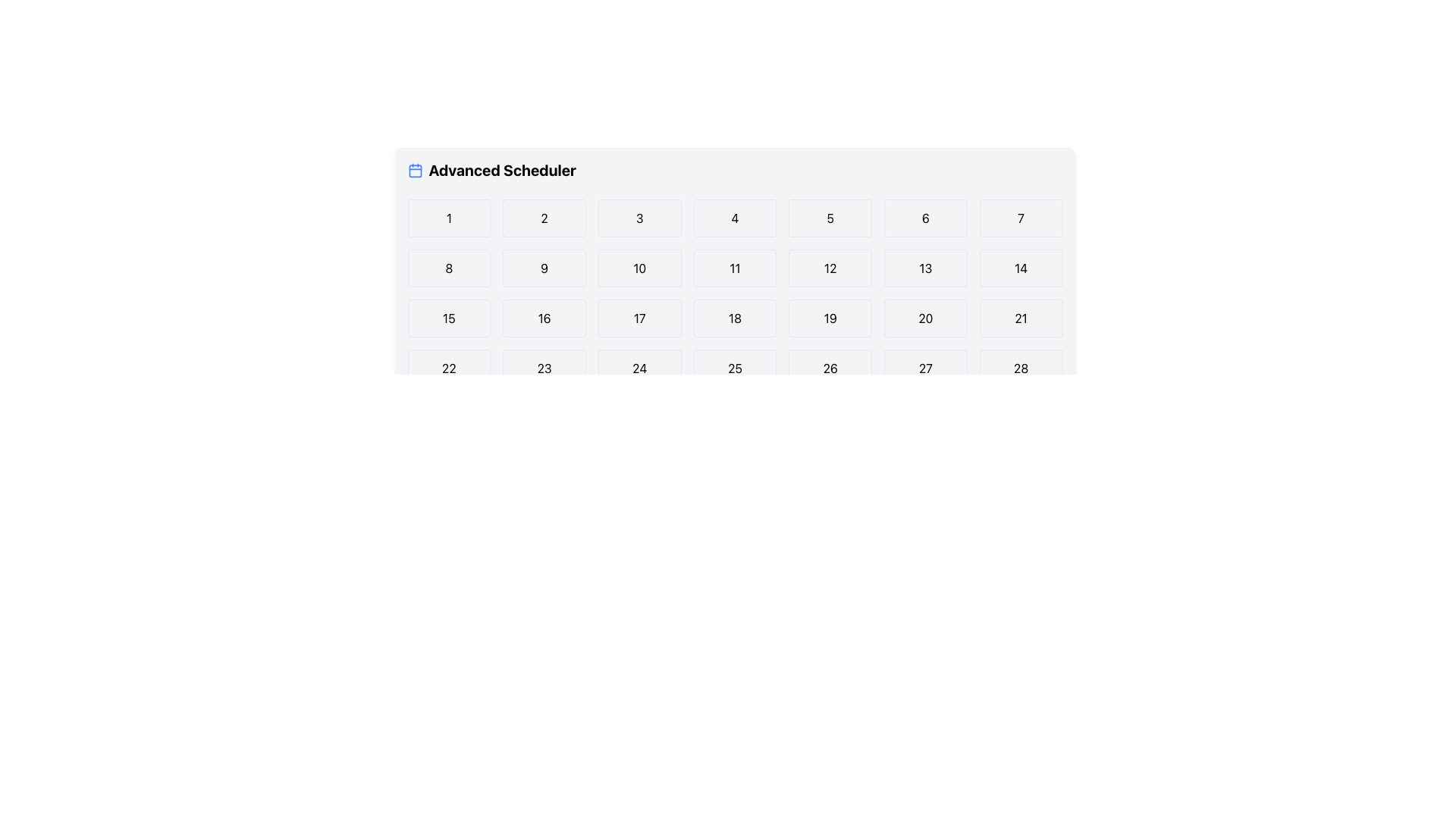  I want to click on the button displaying the numeral '17', which is located in the third row and third column of the grid, so click(639, 318).